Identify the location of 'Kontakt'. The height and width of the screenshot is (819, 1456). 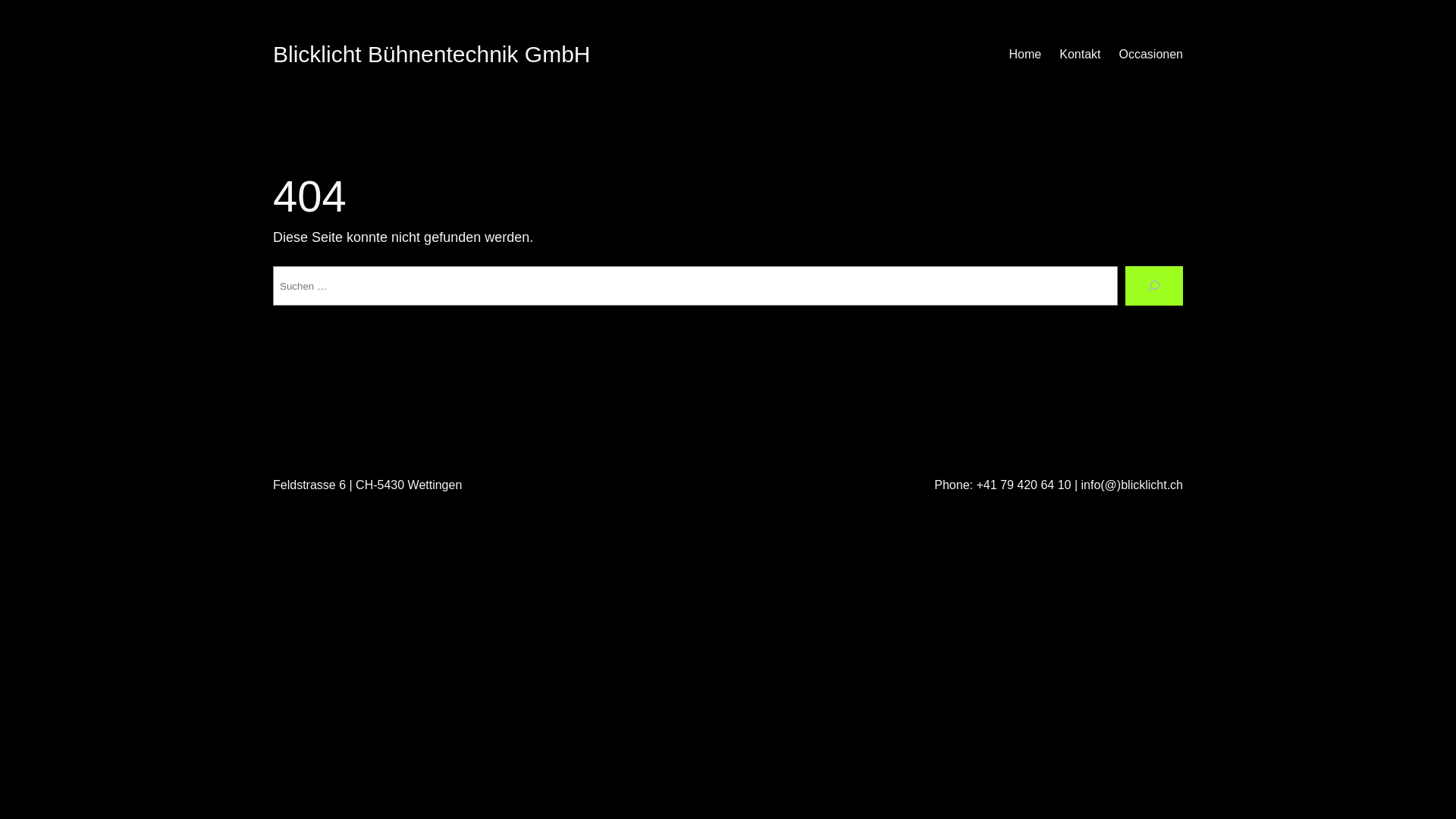
(1079, 54).